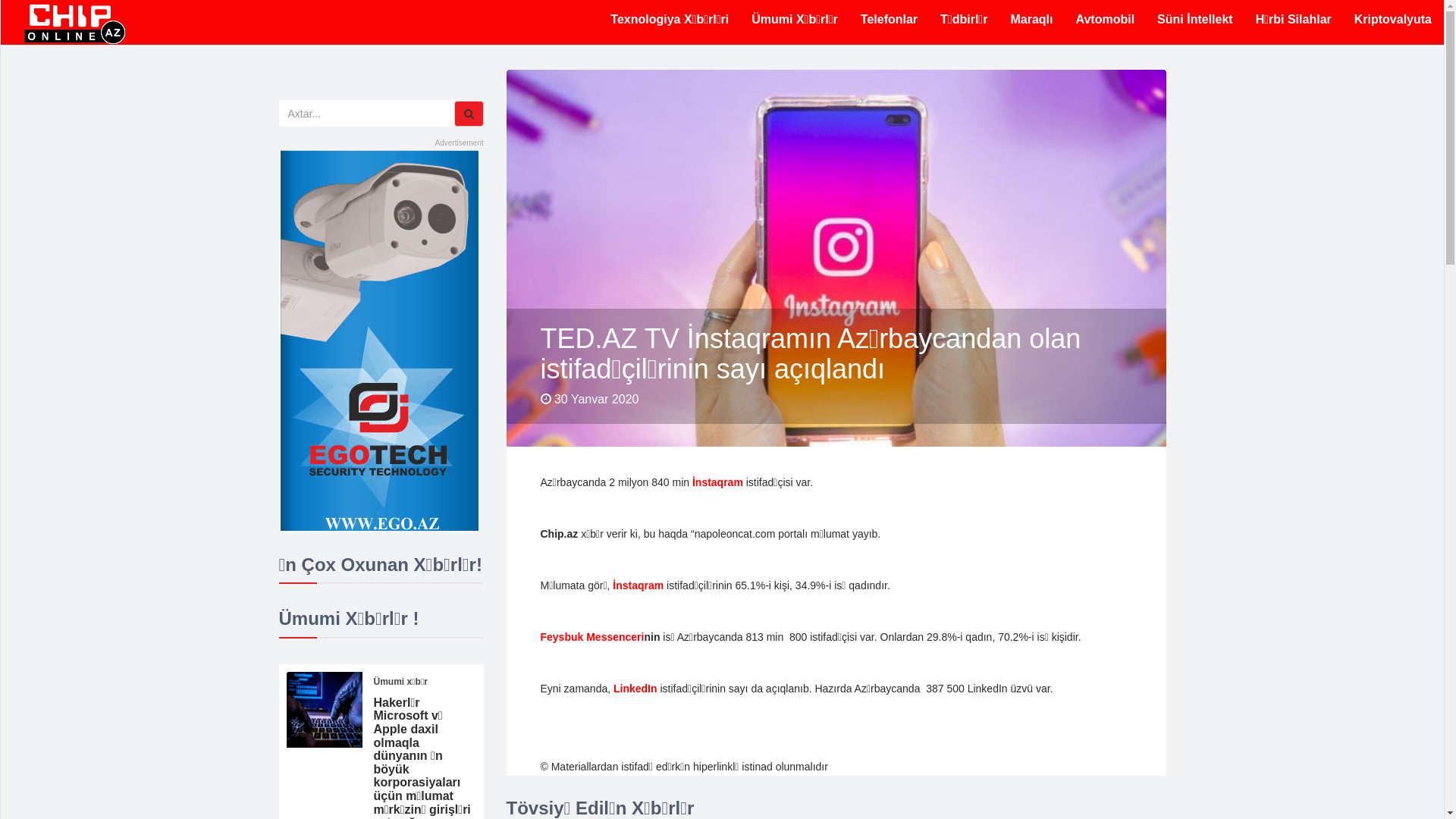 Image resolution: width=1456 pixels, height=819 pixels. What do you see at coordinates (1105, 20) in the screenshot?
I see `'Avtomobil'` at bounding box center [1105, 20].